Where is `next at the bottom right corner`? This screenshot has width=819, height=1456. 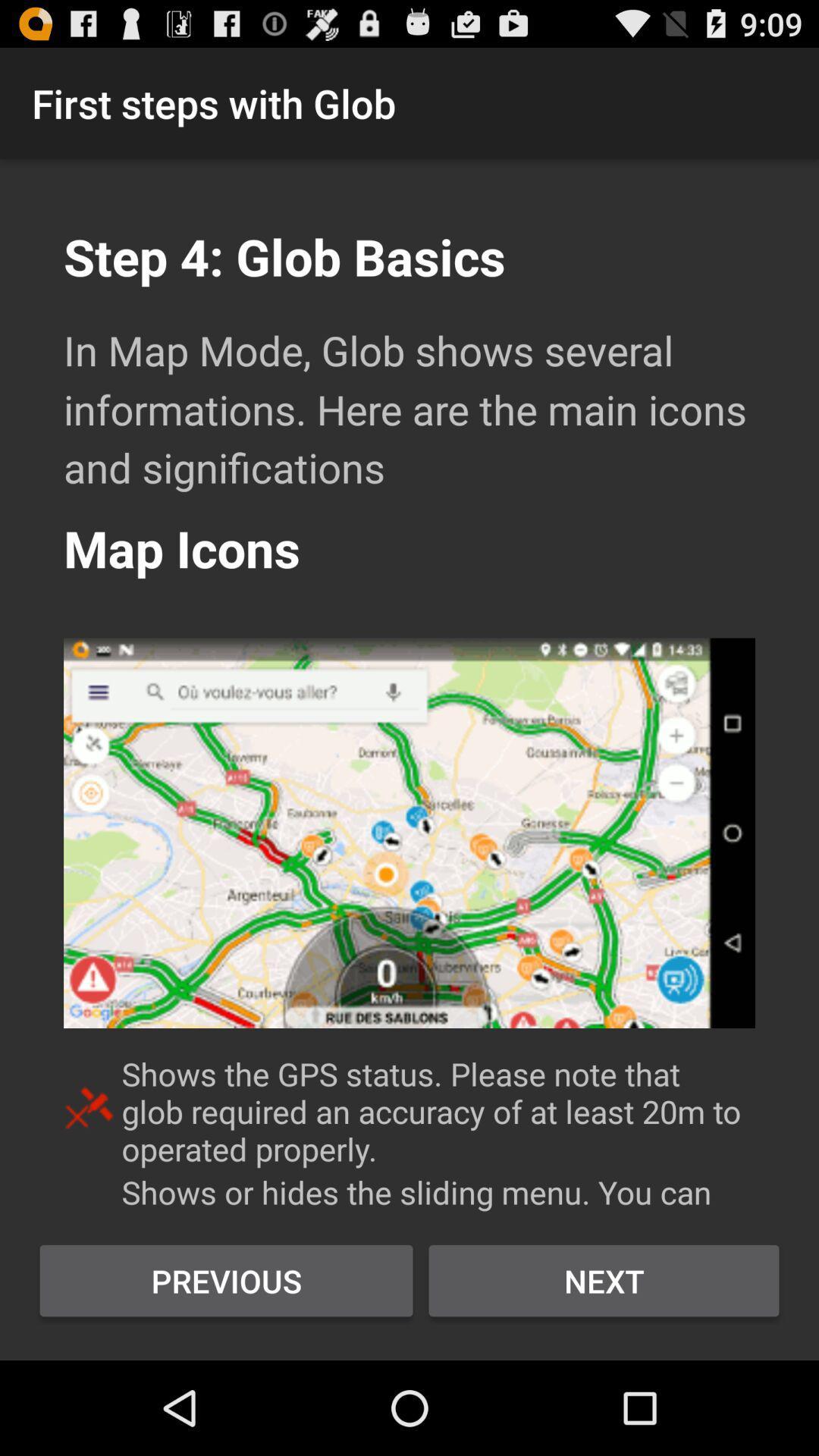 next at the bottom right corner is located at coordinates (603, 1280).